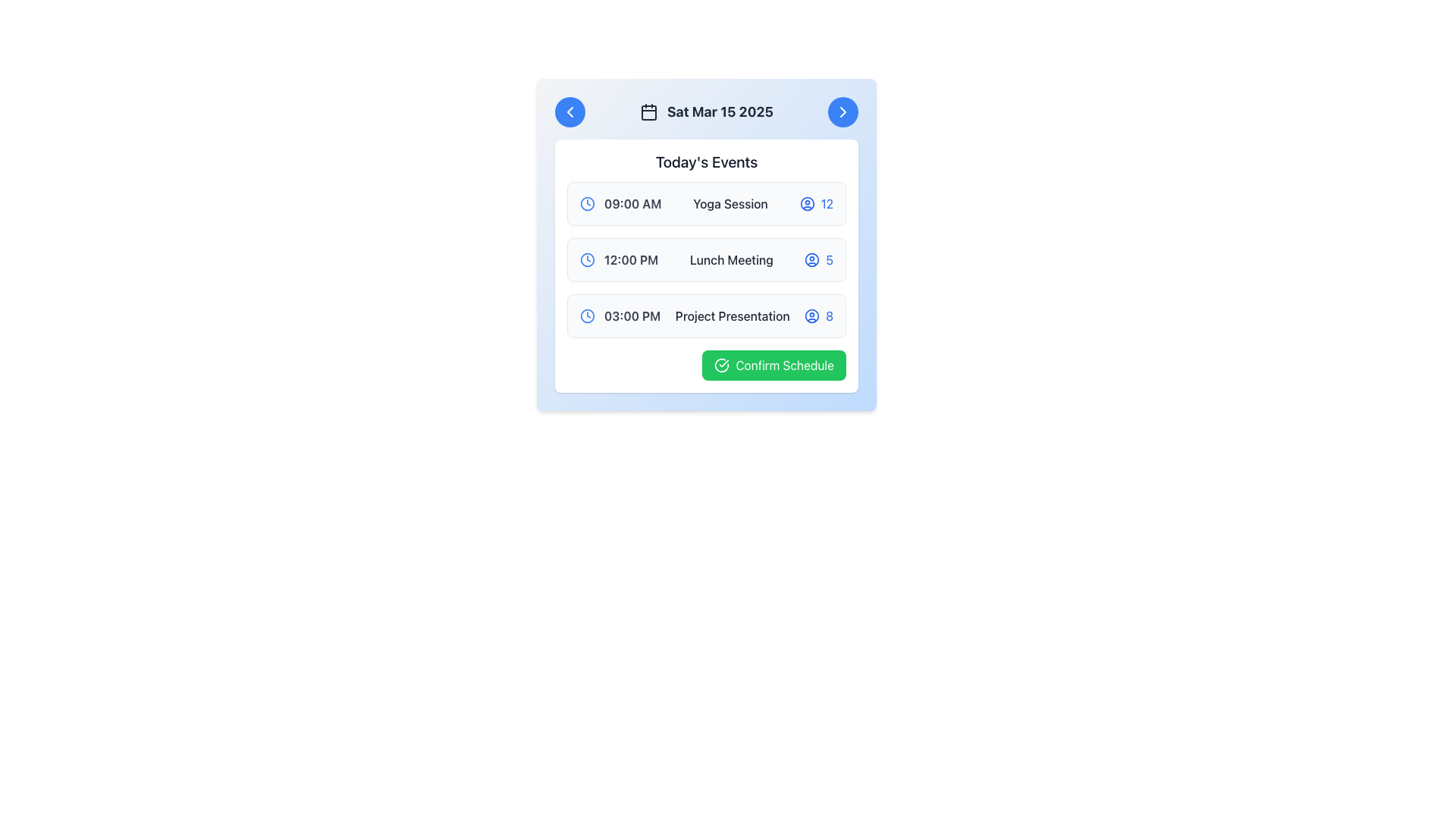 The width and height of the screenshot is (1456, 819). I want to click on the left-facing chevron icon within the blue circular button for accessibility navigation using the keyboard, so click(570, 111).